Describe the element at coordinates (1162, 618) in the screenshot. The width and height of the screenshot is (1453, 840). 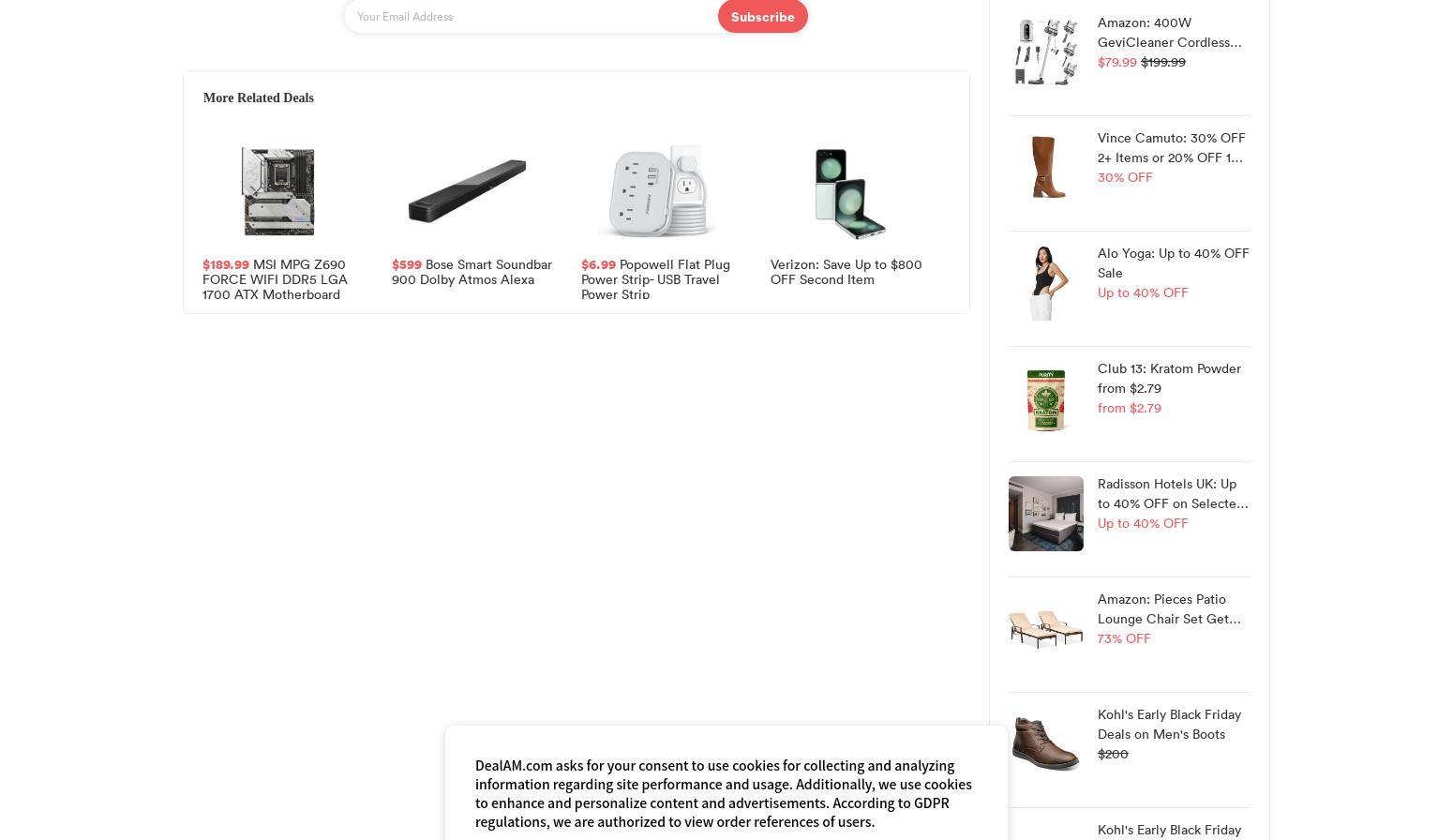
I see `'Amazon: Pieces Patio Lounge Chair Set Get 73% OFF'` at that location.